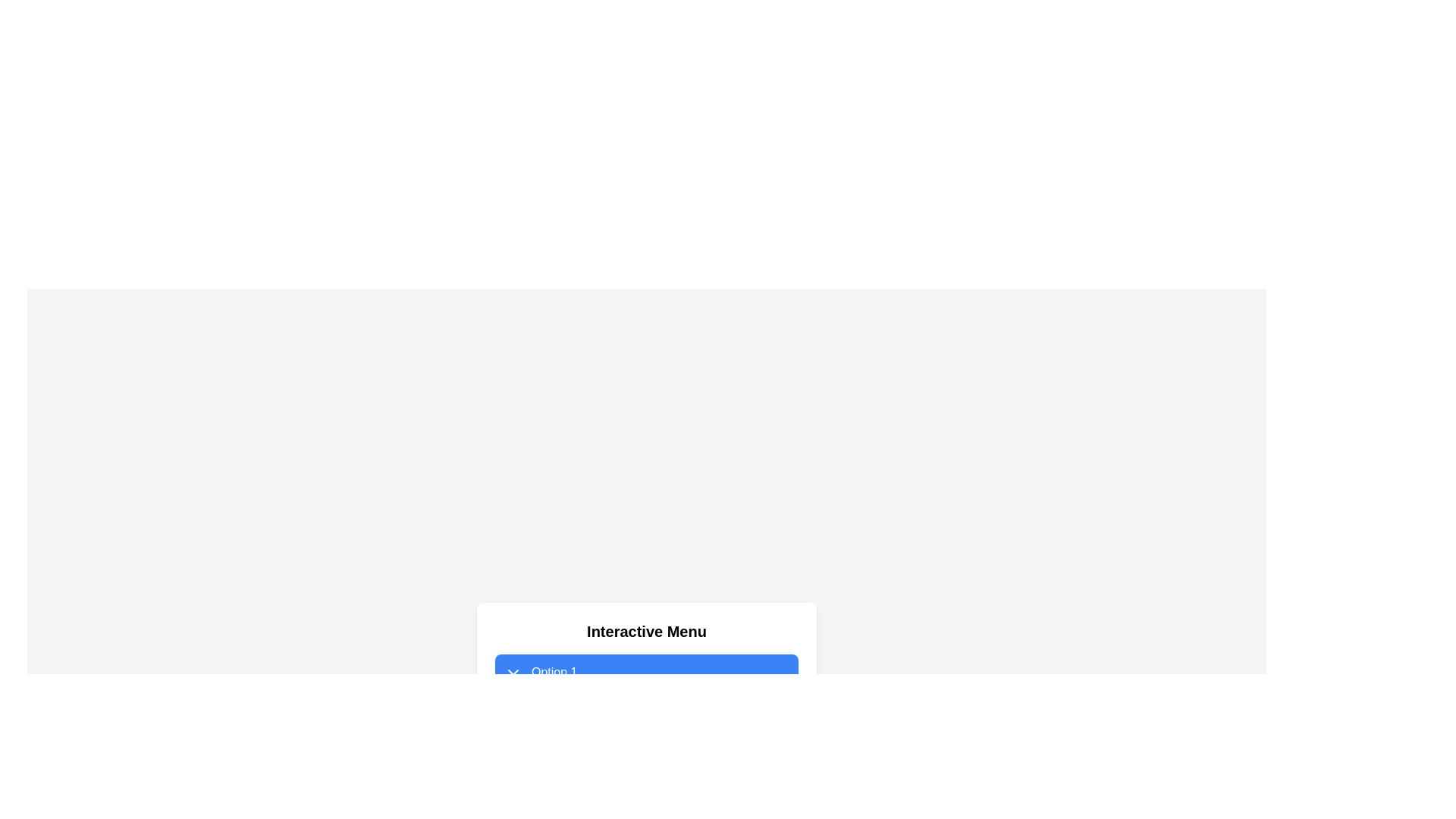  What do you see at coordinates (647, 672) in the screenshot?
I see `the first selectable option in the menu` at bounding box center [647, 672].